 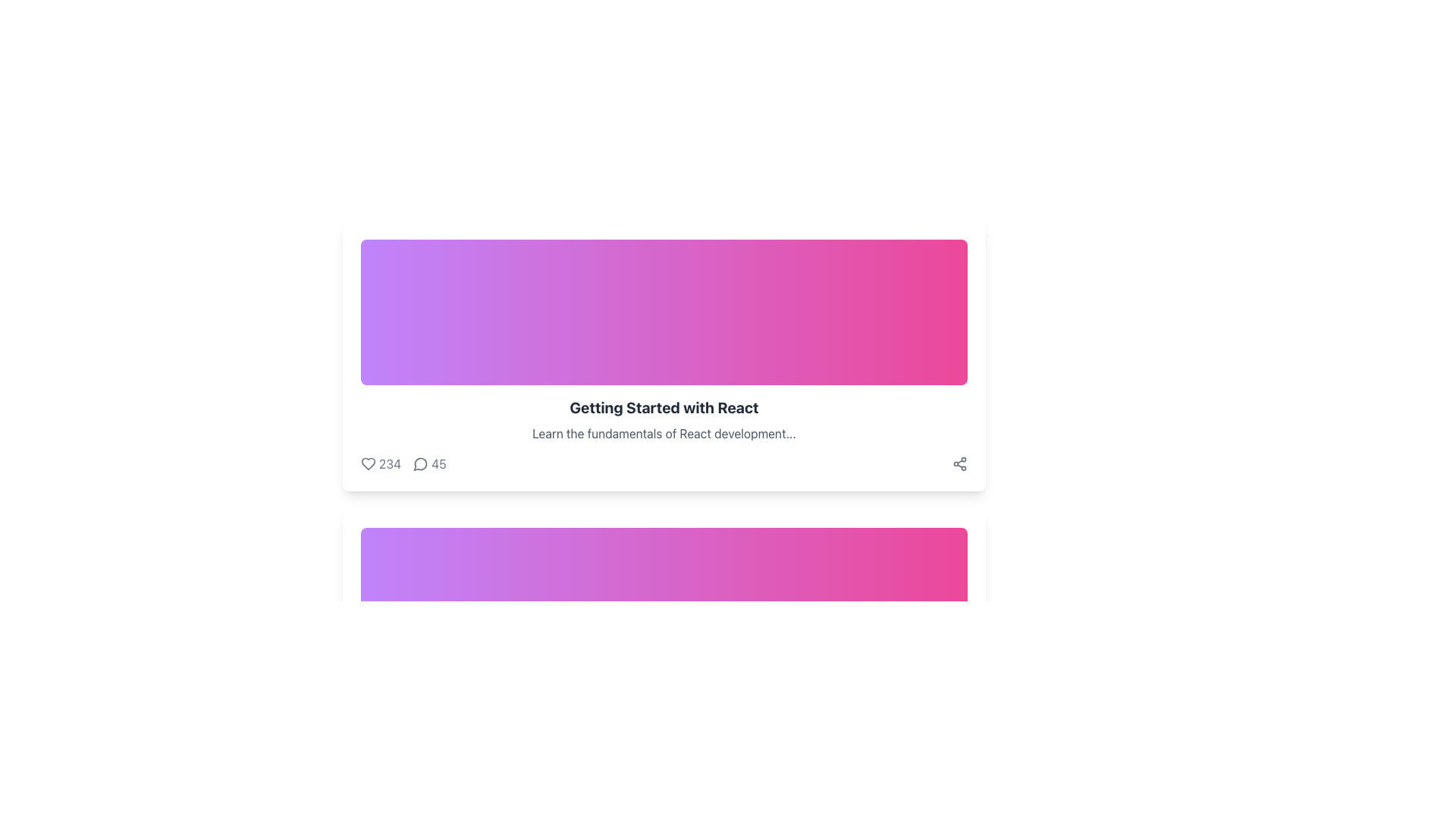 I want to click on text display showing the value '234', which is positioned to the right of a heart icon and is located at the lower-left side of the card, so click(x=390, y=463).